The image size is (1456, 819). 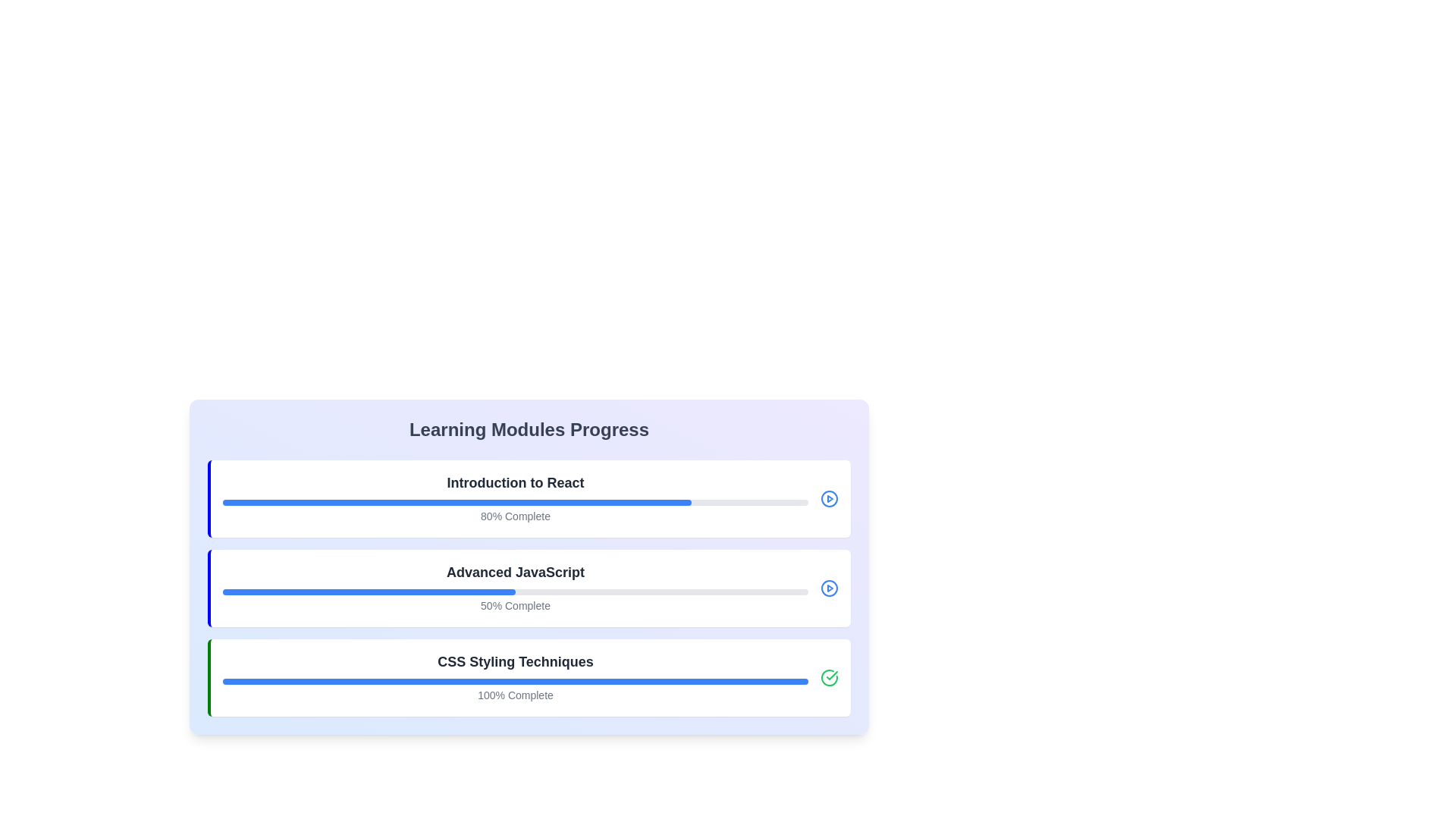 I want to click on the play icon located to the right of the 'Introduction to React' progress bar, which initiates the action associated with this module, so click(x=829, y=499).